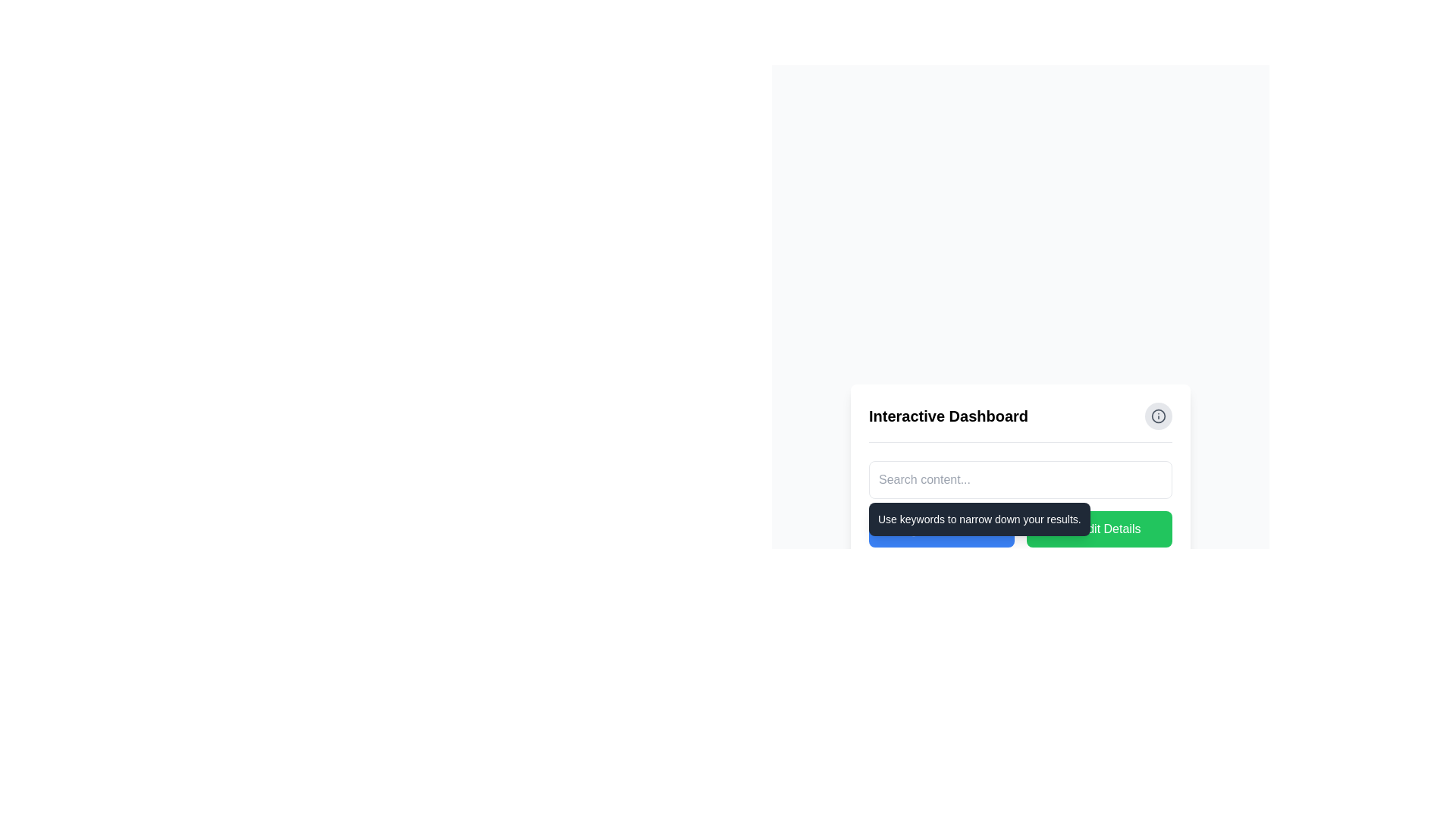  What do you see at coordinates (941, 528) in the screenshot?
I see `the 'Add Data' button located to the left of the 'Edit Details' button` at bounding box center [941, 528].